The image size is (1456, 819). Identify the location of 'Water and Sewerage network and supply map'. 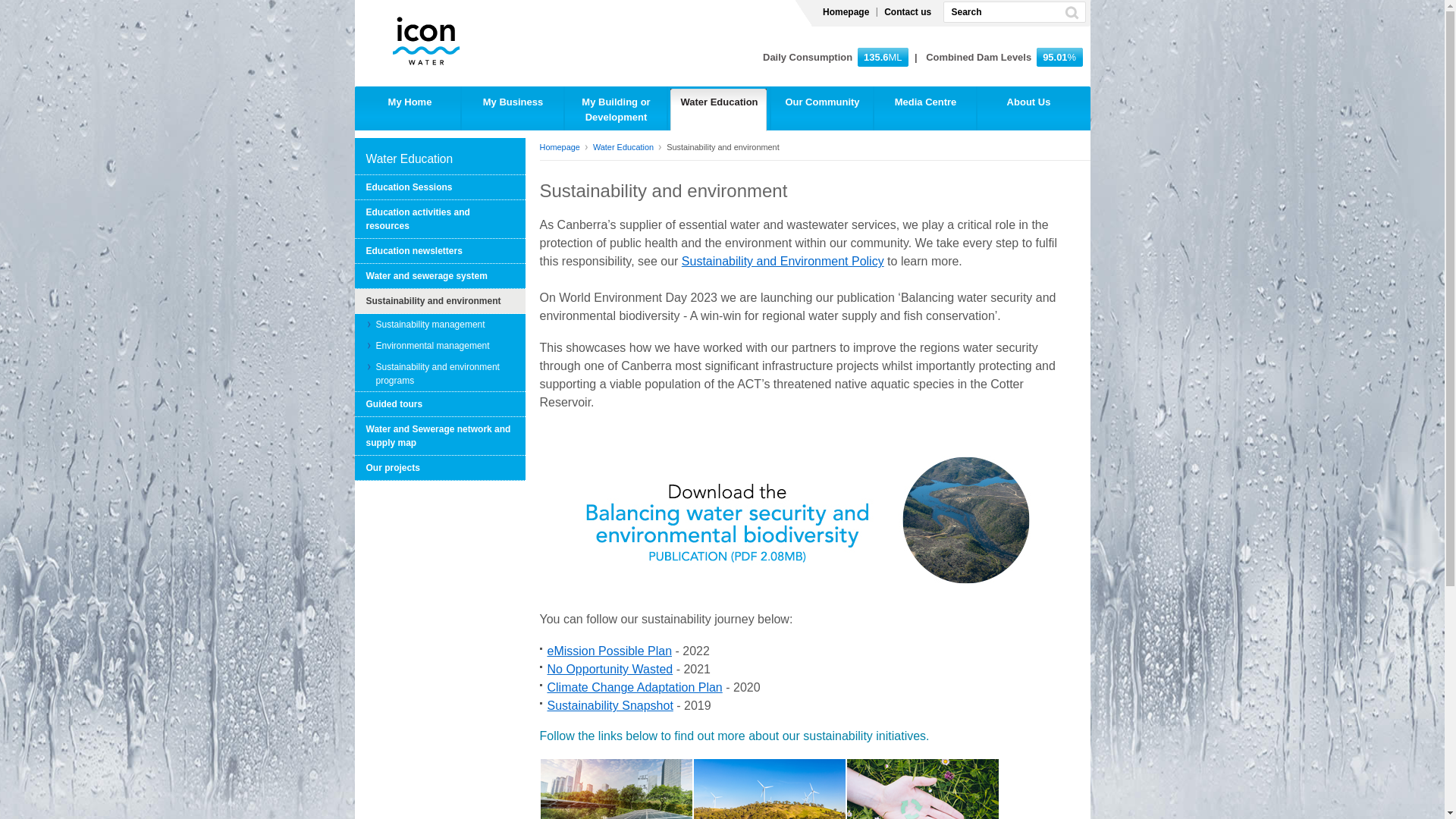
(353, 436).